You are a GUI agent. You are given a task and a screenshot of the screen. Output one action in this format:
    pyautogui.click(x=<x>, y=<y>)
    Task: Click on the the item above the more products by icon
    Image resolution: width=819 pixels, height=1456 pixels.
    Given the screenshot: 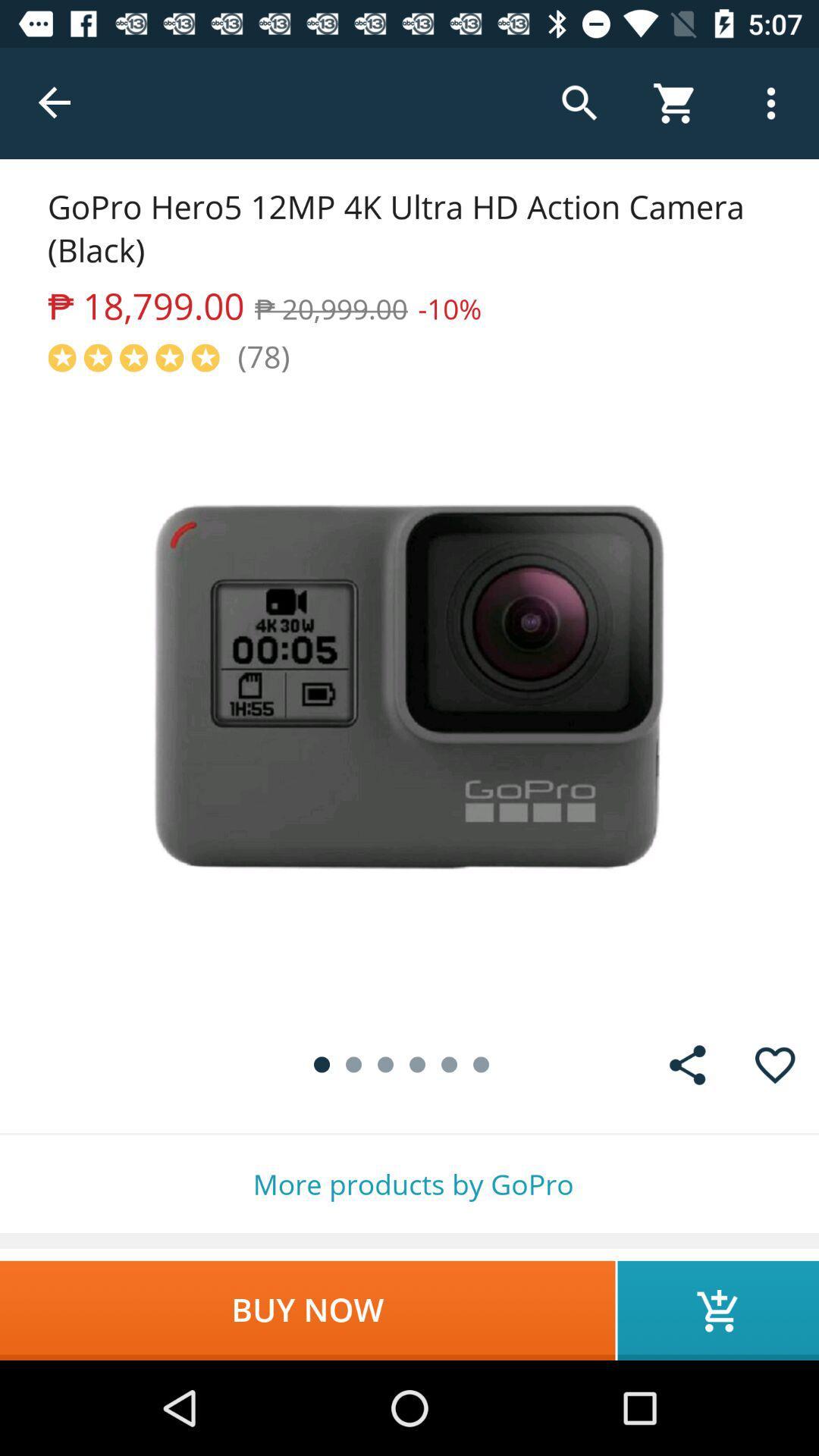 What is the action you would take?
    pyautogui.click(x=775, y=1064)
    